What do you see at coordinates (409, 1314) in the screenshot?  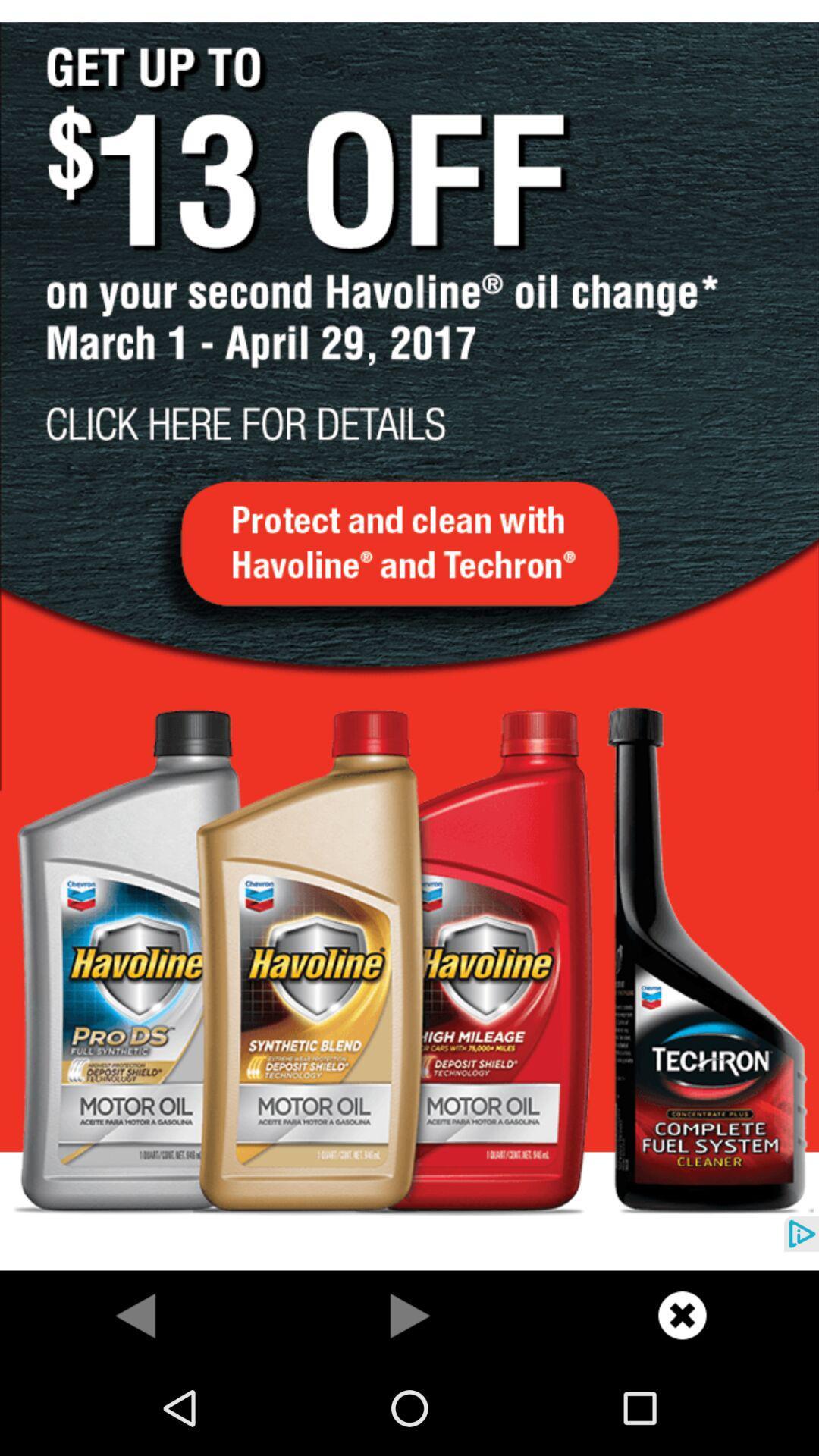 I see `play` at bounding box center [409, 1314].